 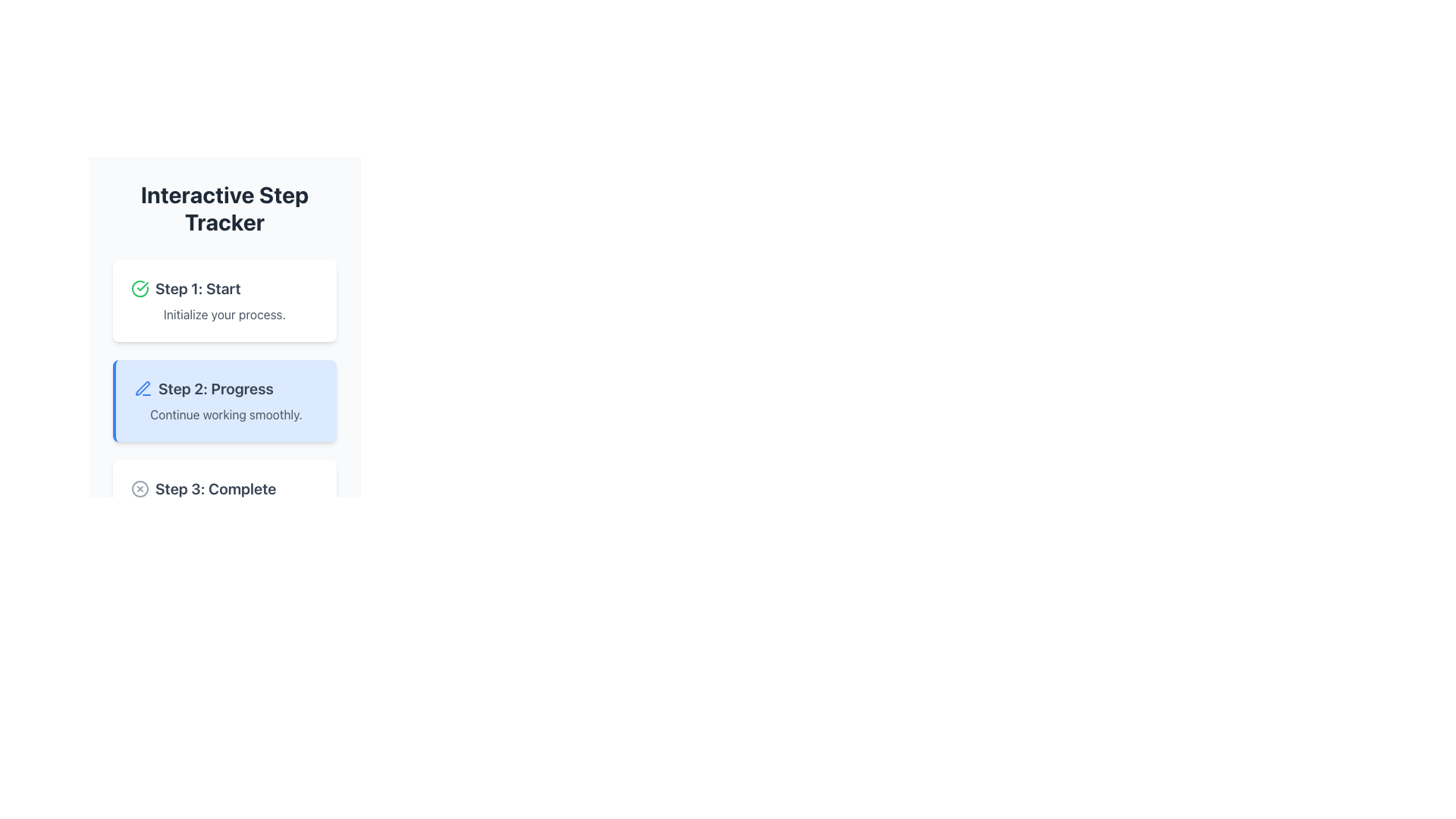 I want to click on the Text Label with Icon displaying 'Step 2: Progress', so click(x=225, y=388).